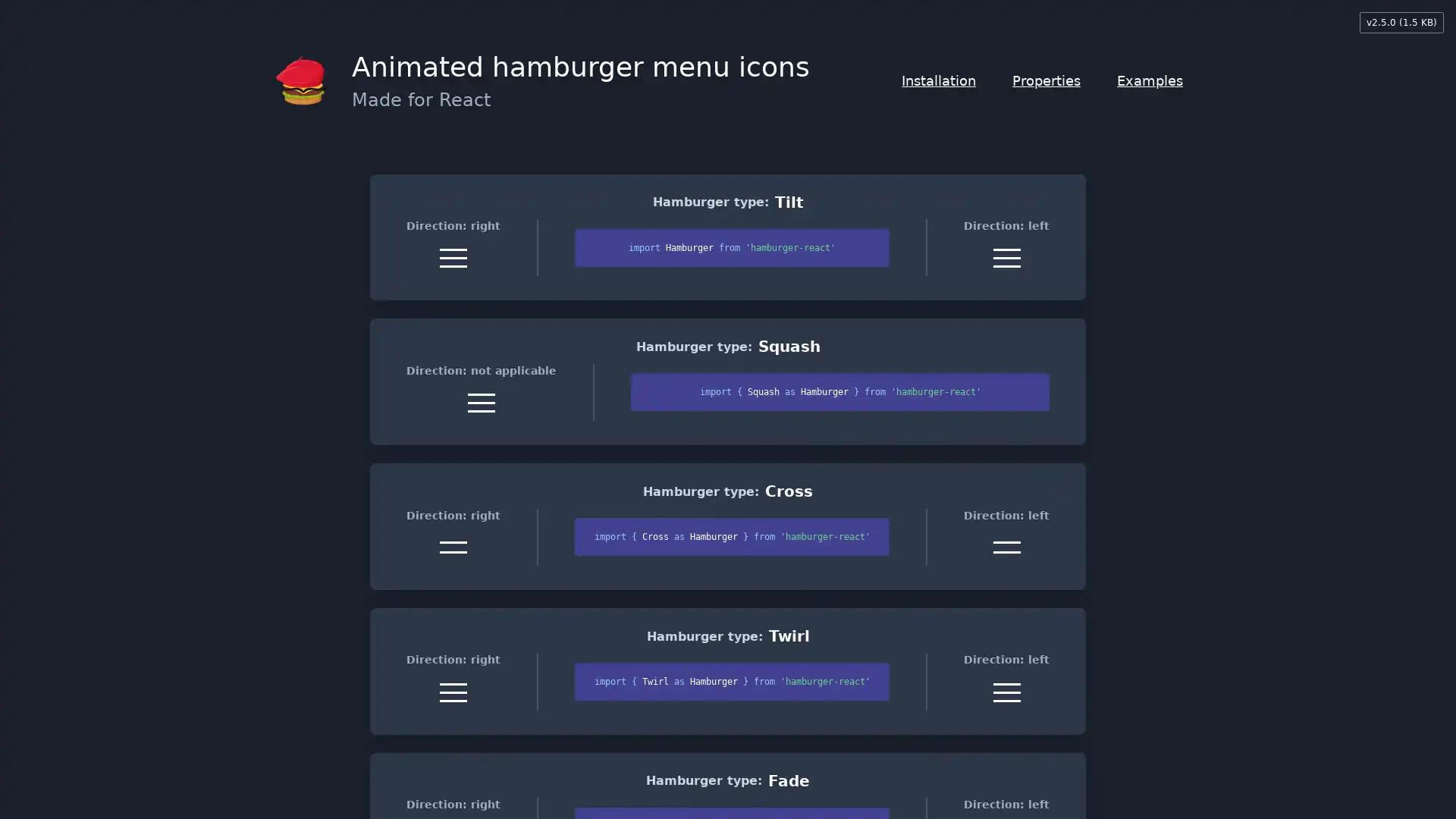  What do you see at coordinates (1150, 80) in the screenshot?
I see `Examples` at bounding box center [1150, 80].